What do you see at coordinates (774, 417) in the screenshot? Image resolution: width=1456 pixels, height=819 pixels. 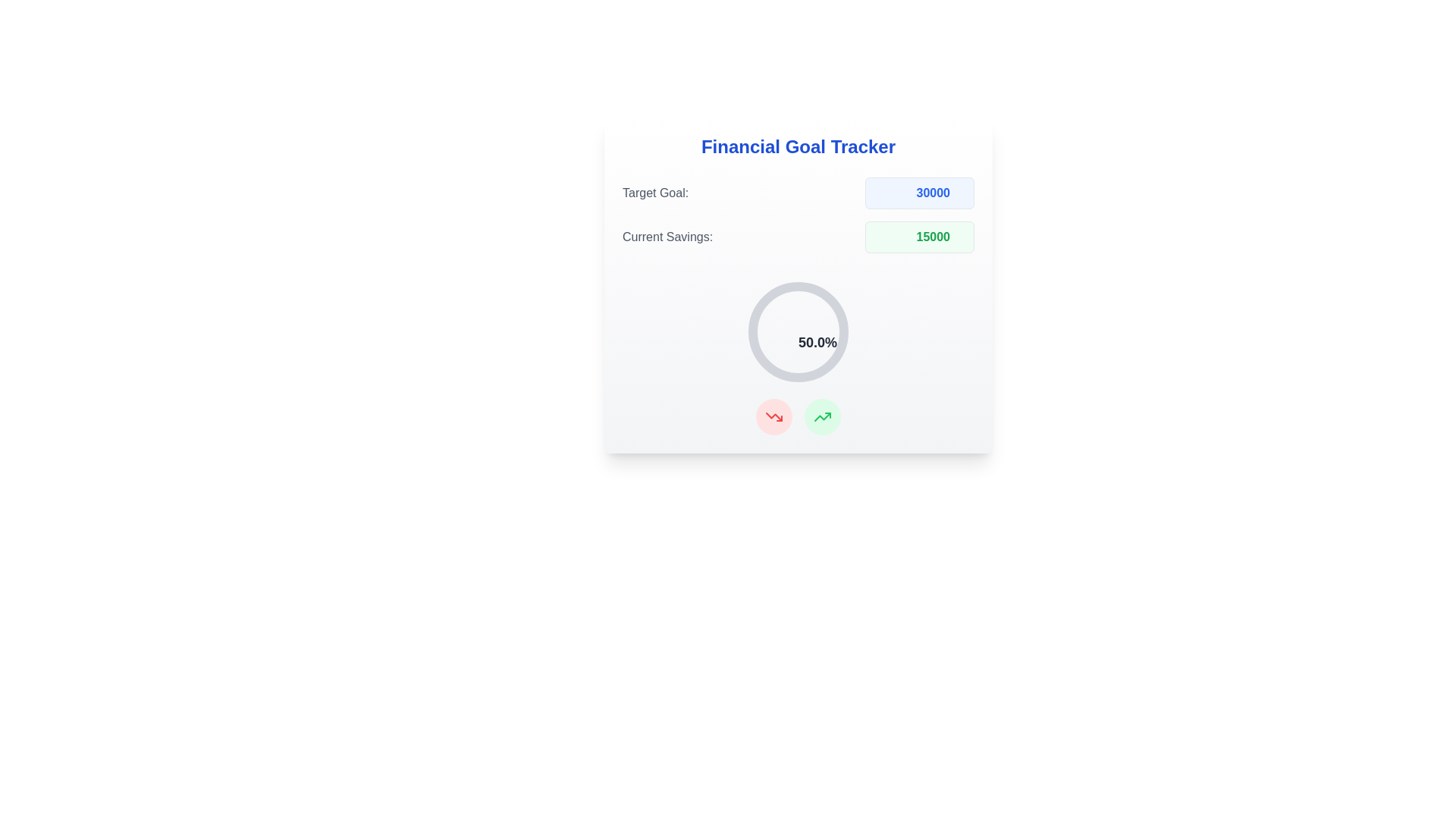 I see `the leftmost button representing a negative trend located below the circular chart` at bounding box center [774, 417].